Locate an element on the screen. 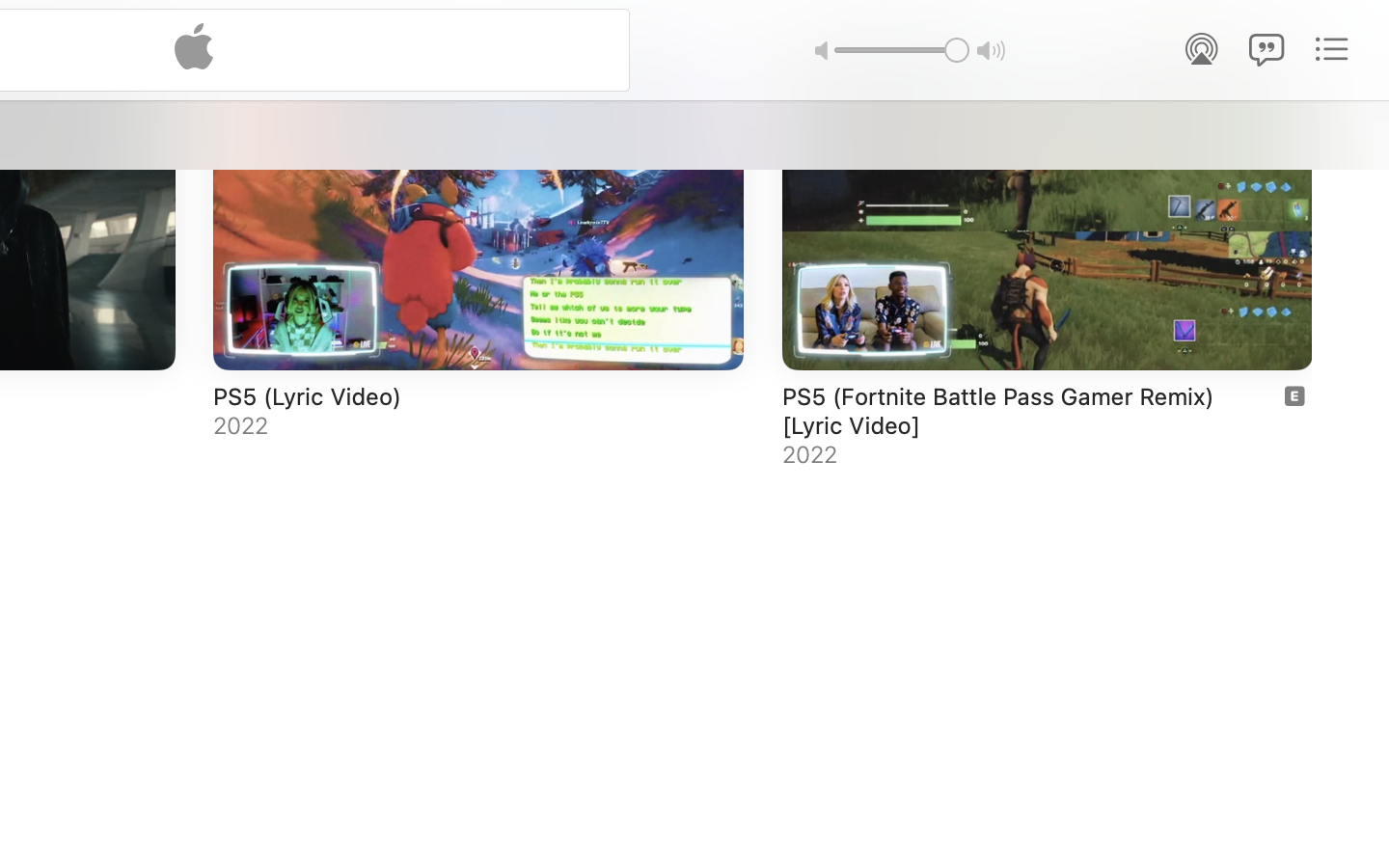  '1.0' is located at coordinates (900, 48).